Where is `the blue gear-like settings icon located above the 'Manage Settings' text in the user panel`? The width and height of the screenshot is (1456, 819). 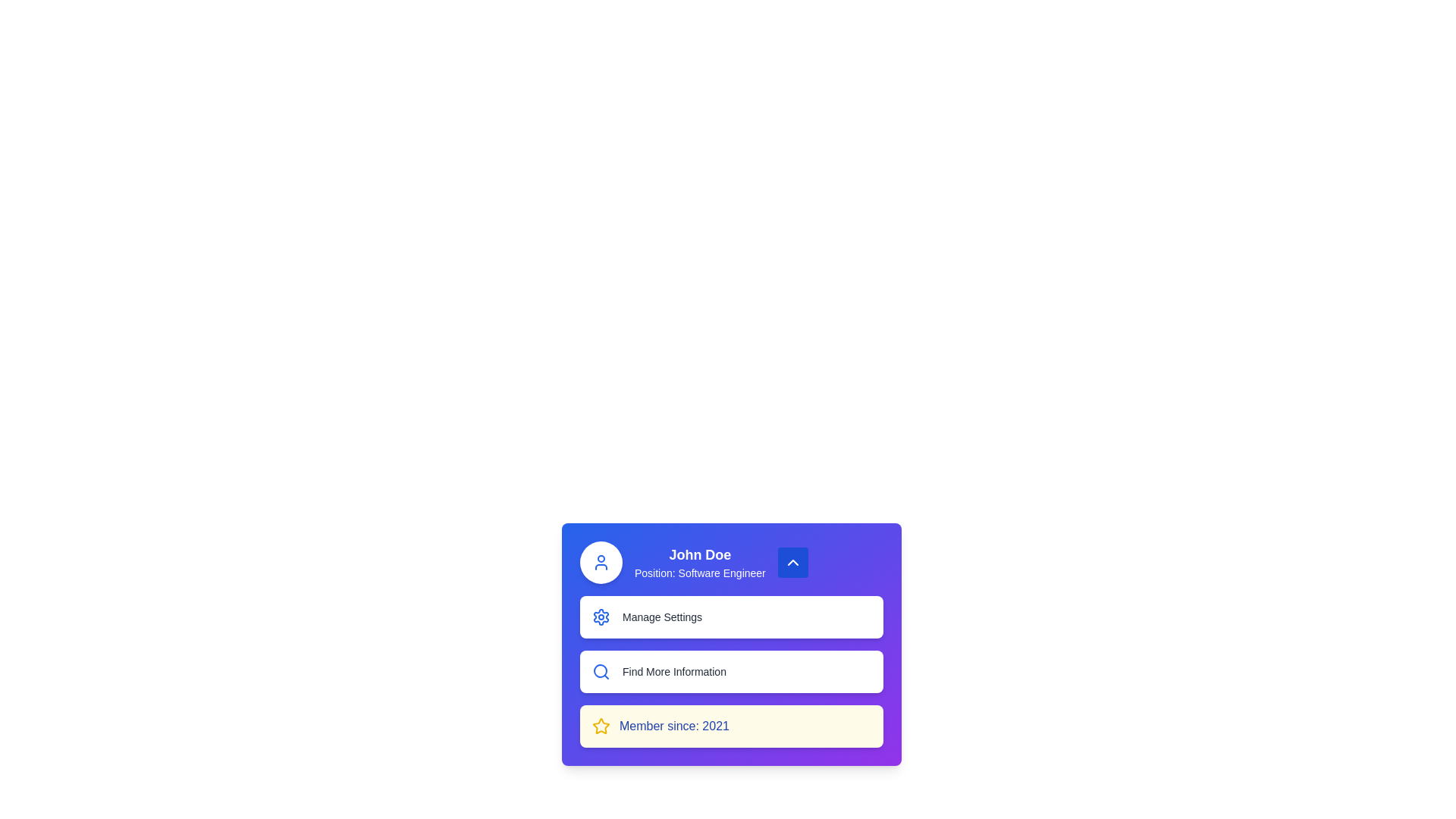
the blue gear-like settings icon located above the 'Manage Settings' text in the user panel is located at coordinates (600, 617).